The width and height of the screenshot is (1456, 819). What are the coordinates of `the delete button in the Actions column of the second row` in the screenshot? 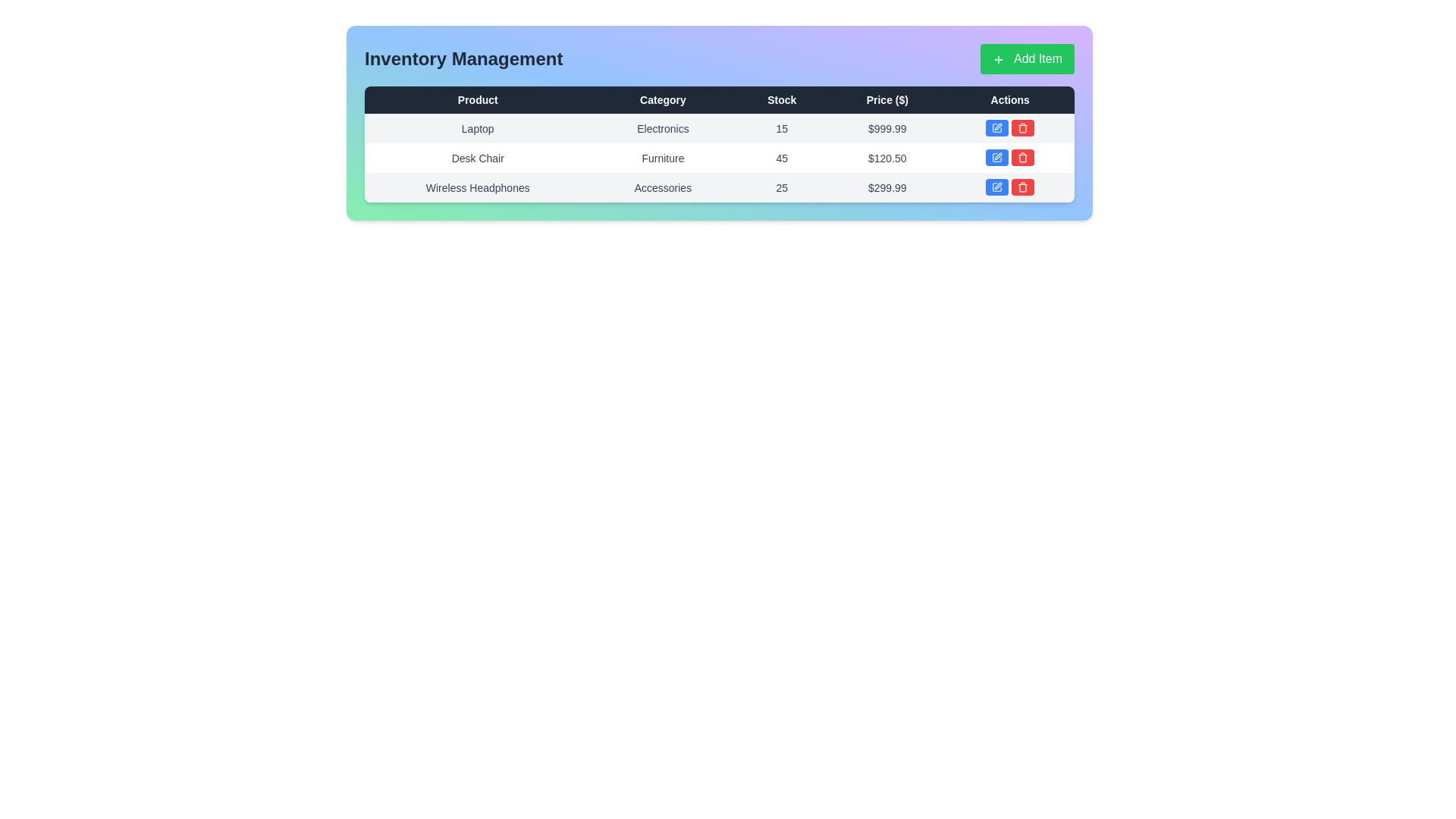 It's located at (1023, 158).